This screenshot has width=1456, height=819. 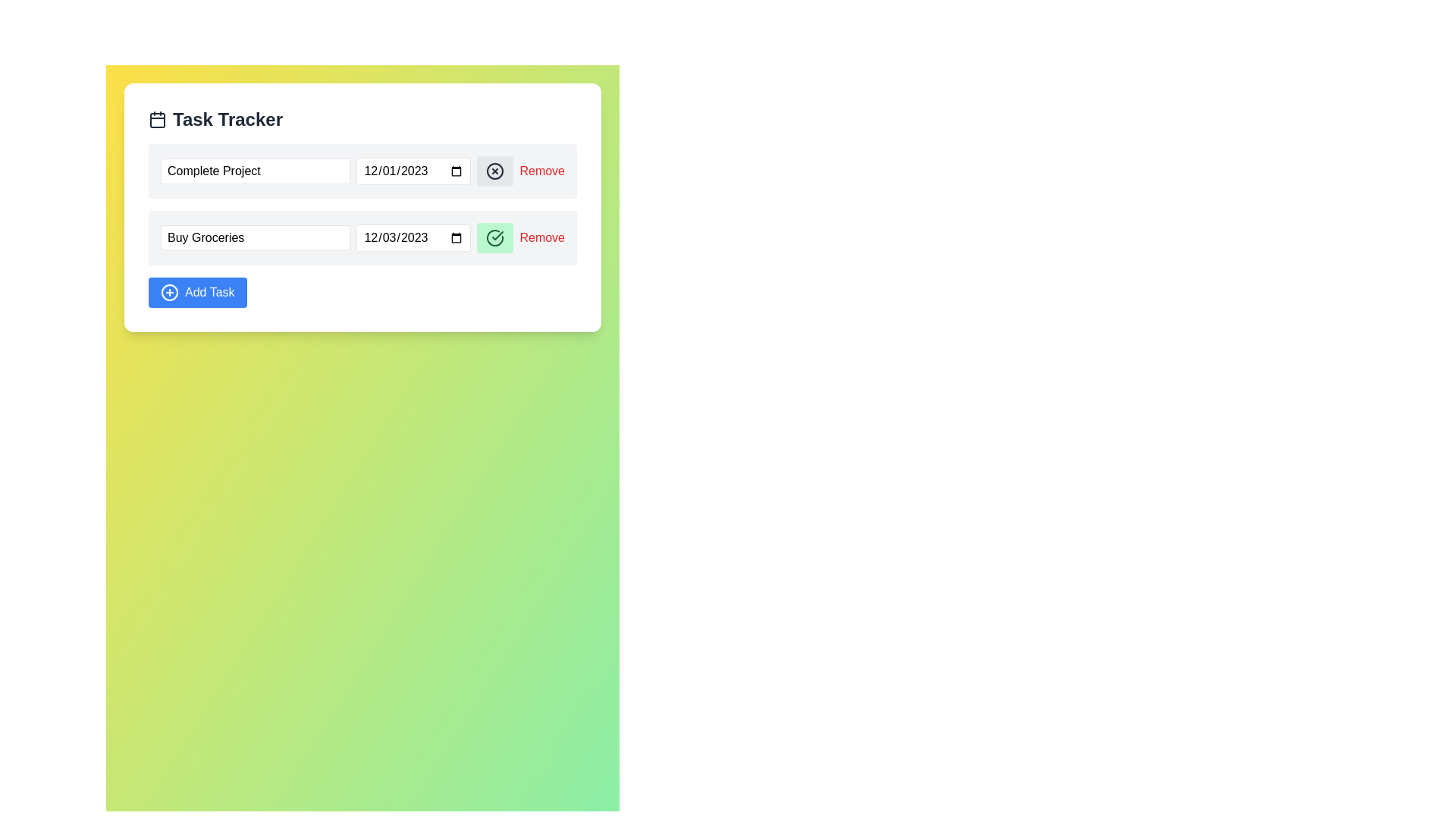 What do you see at coordinates (196, 292) in the screenshot?
I see `the blue button with rounded corners labeled 'Add Task'` at bounding box center [196, 292].